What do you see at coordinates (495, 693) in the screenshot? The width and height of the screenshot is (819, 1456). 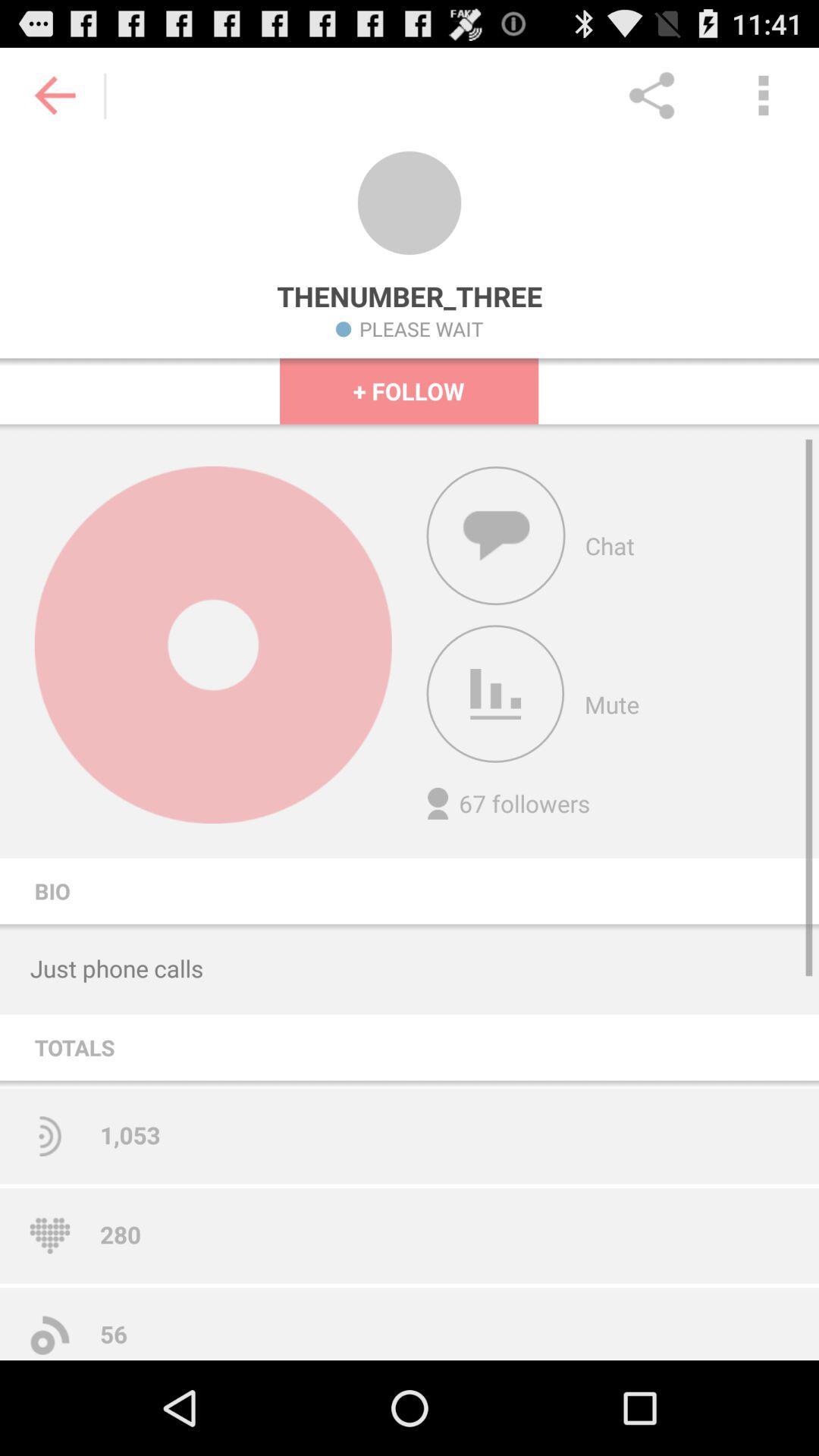 I see `volume control` at bounding box center [495, 693].